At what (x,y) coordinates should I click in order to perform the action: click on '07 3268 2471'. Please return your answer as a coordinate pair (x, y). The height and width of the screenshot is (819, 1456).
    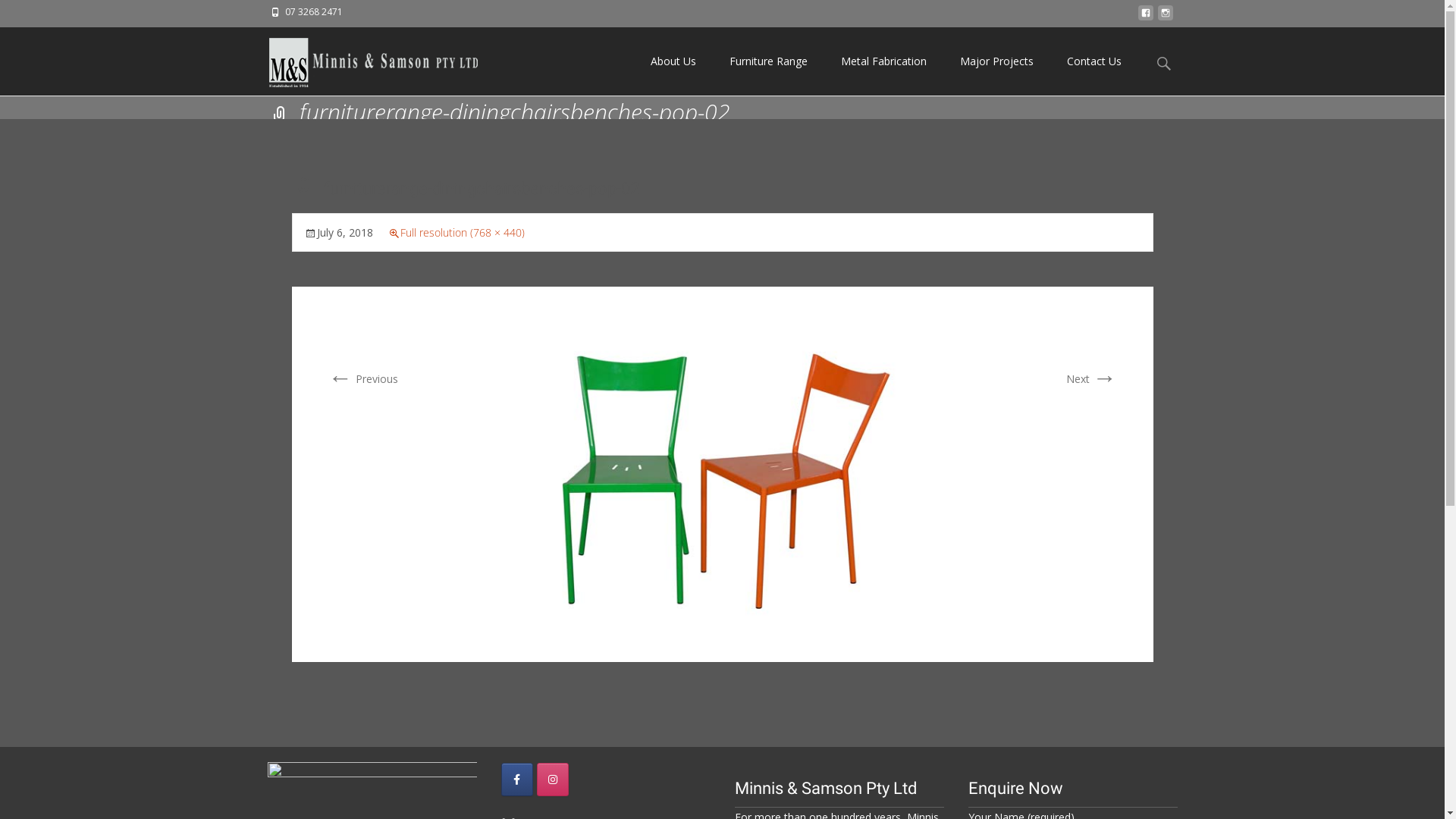
    Looking at the image, I should click on (312, 11).